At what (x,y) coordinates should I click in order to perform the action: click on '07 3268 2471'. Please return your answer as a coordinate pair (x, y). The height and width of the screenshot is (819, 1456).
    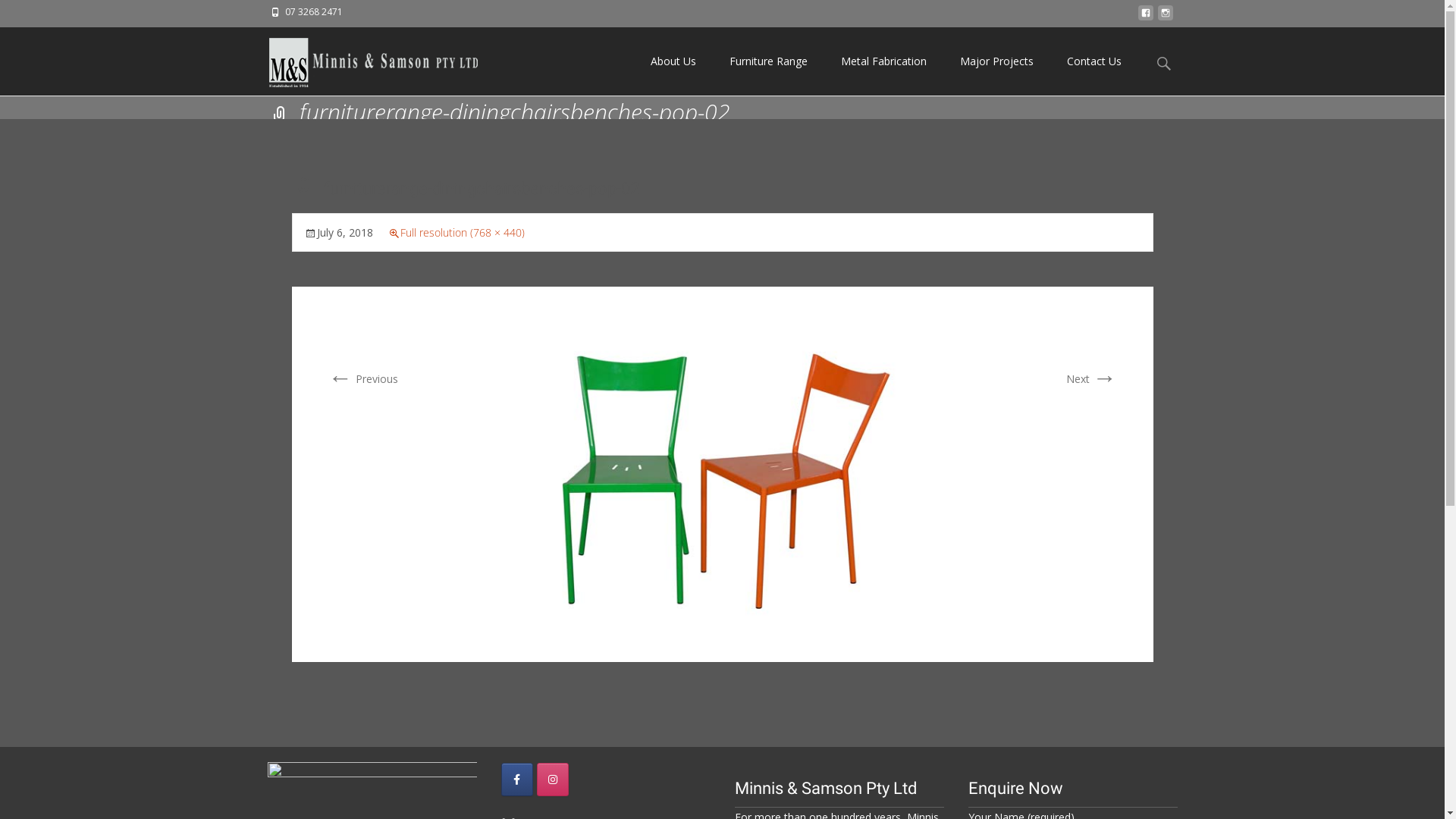
    Looking at the image, I should click on (312, 11).